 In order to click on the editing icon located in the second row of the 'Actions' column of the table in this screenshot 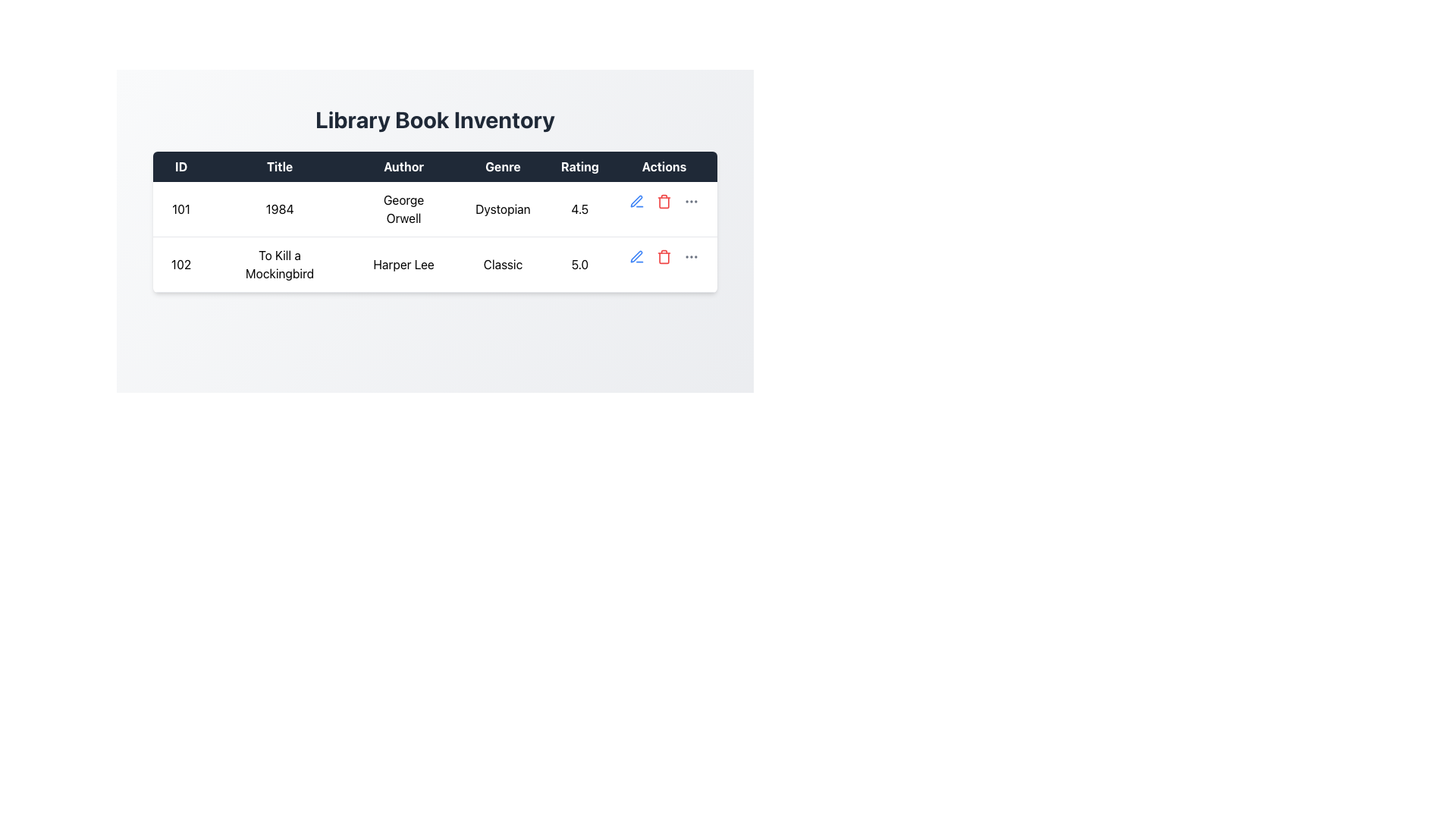, I will do `click(637, 200)`.